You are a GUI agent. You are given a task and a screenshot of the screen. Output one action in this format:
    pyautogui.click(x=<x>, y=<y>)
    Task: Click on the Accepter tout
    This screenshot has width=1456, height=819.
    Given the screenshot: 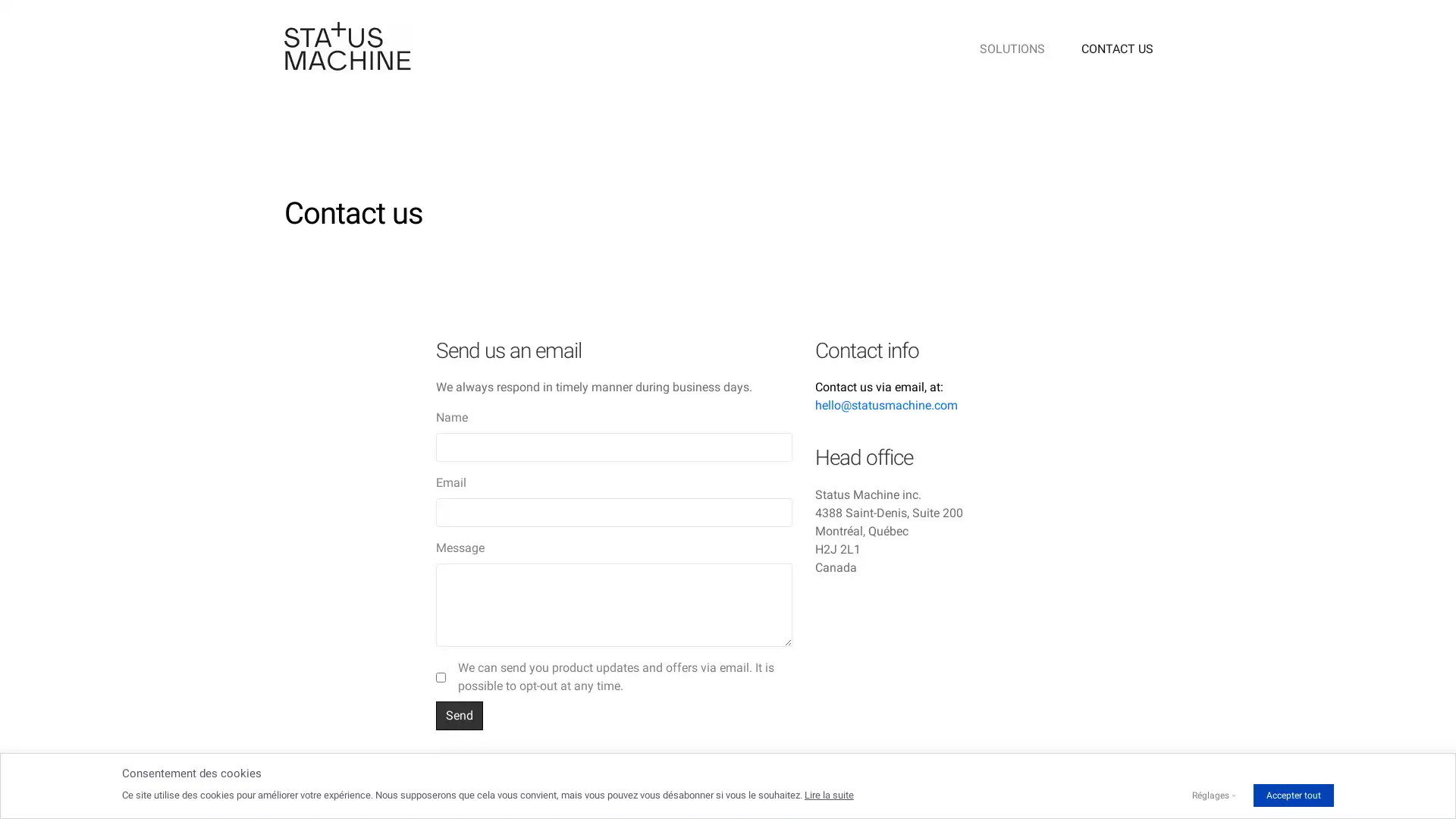 What is the action you would take?
    pyautogui.click(x=1292, y=795)
    